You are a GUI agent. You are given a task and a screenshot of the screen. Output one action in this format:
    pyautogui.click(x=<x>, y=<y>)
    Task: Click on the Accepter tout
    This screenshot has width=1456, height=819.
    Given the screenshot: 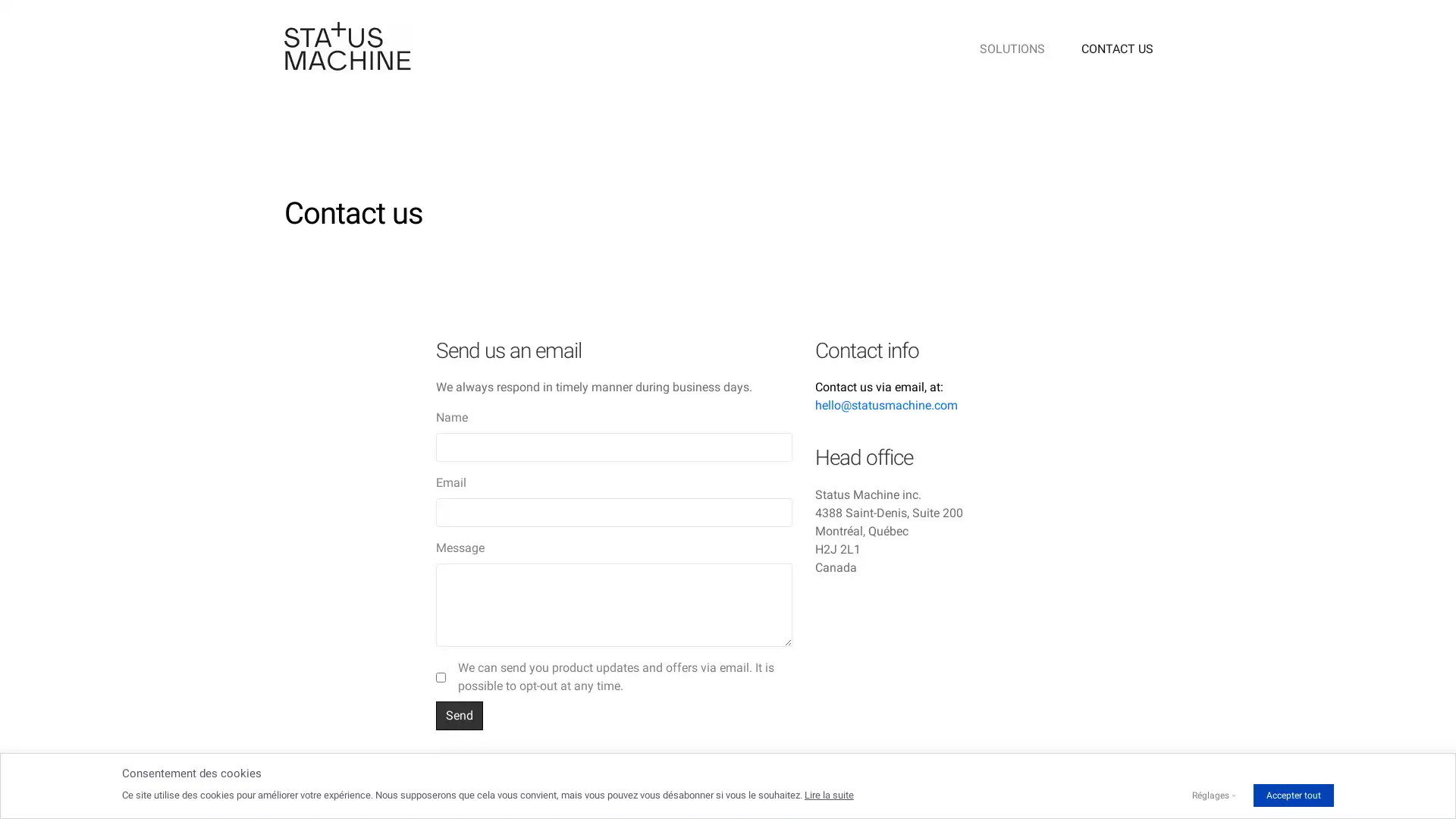 What is the action you would take?
    pyautogui.click(x=1292, y=795)
    